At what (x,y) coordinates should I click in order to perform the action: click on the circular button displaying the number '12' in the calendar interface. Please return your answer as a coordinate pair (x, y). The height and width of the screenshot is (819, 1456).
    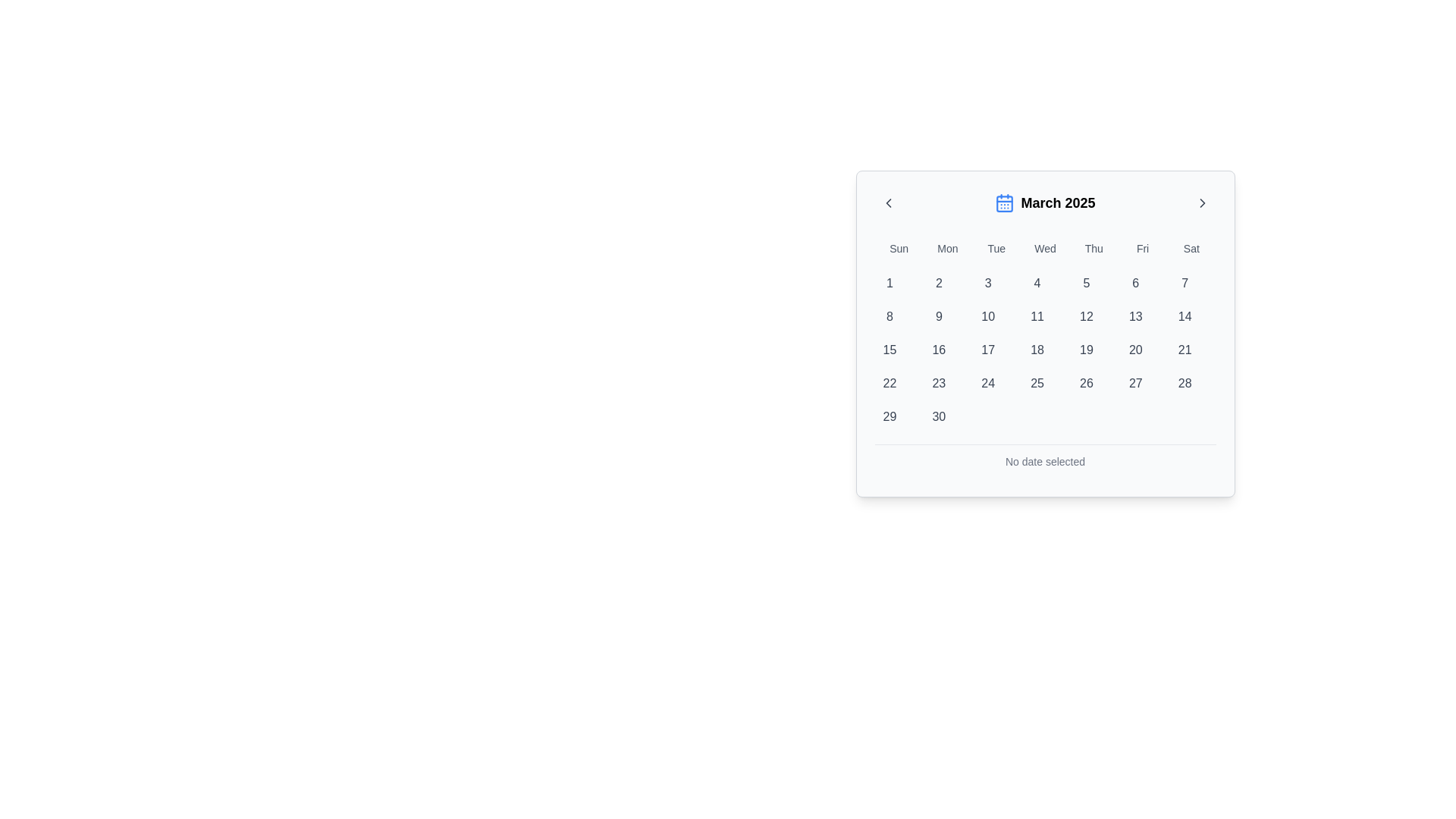
    Looking at the image, I should click on (1085, 315).